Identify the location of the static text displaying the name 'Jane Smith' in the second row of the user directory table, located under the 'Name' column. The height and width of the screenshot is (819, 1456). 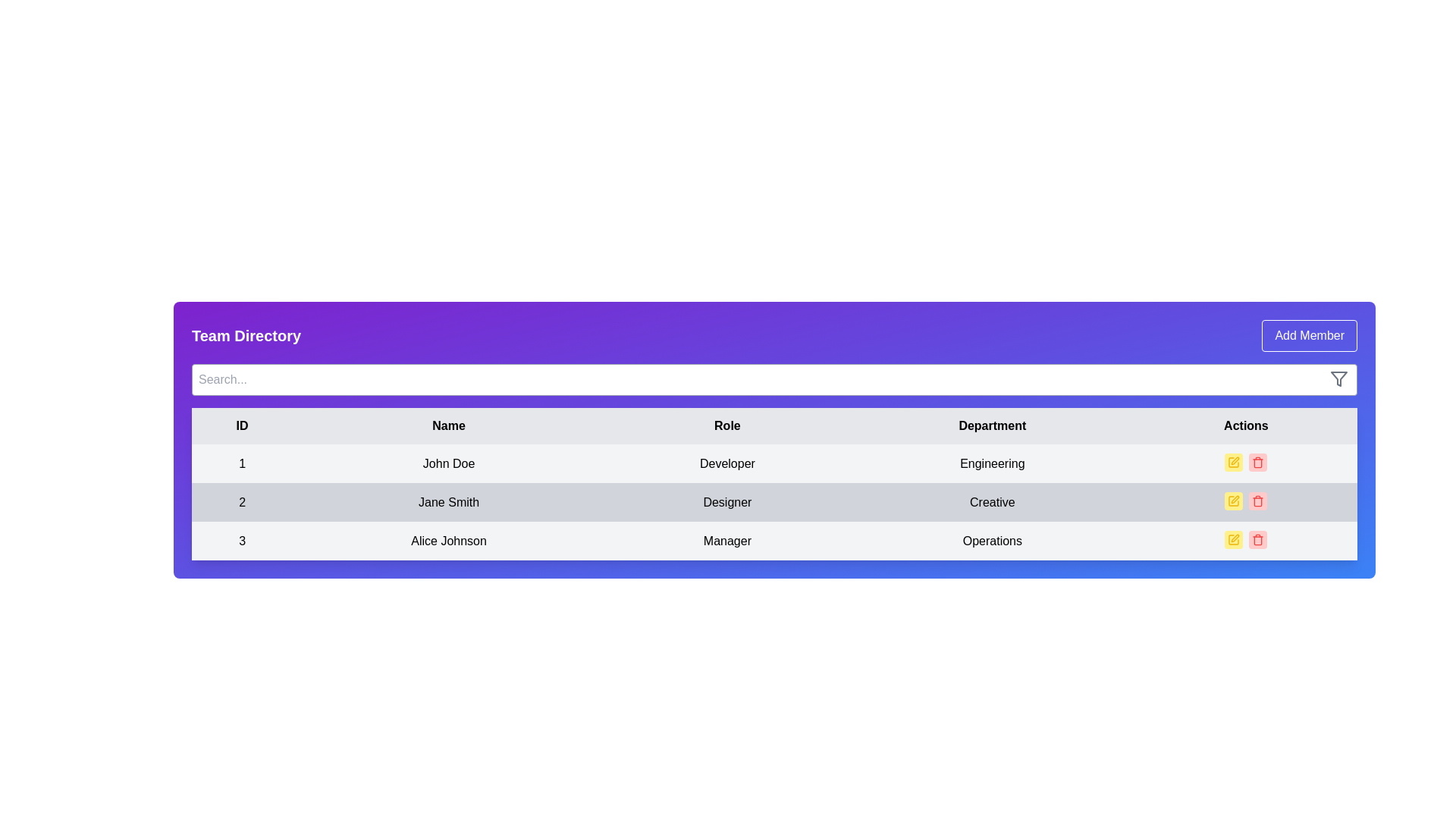
(448, 502).